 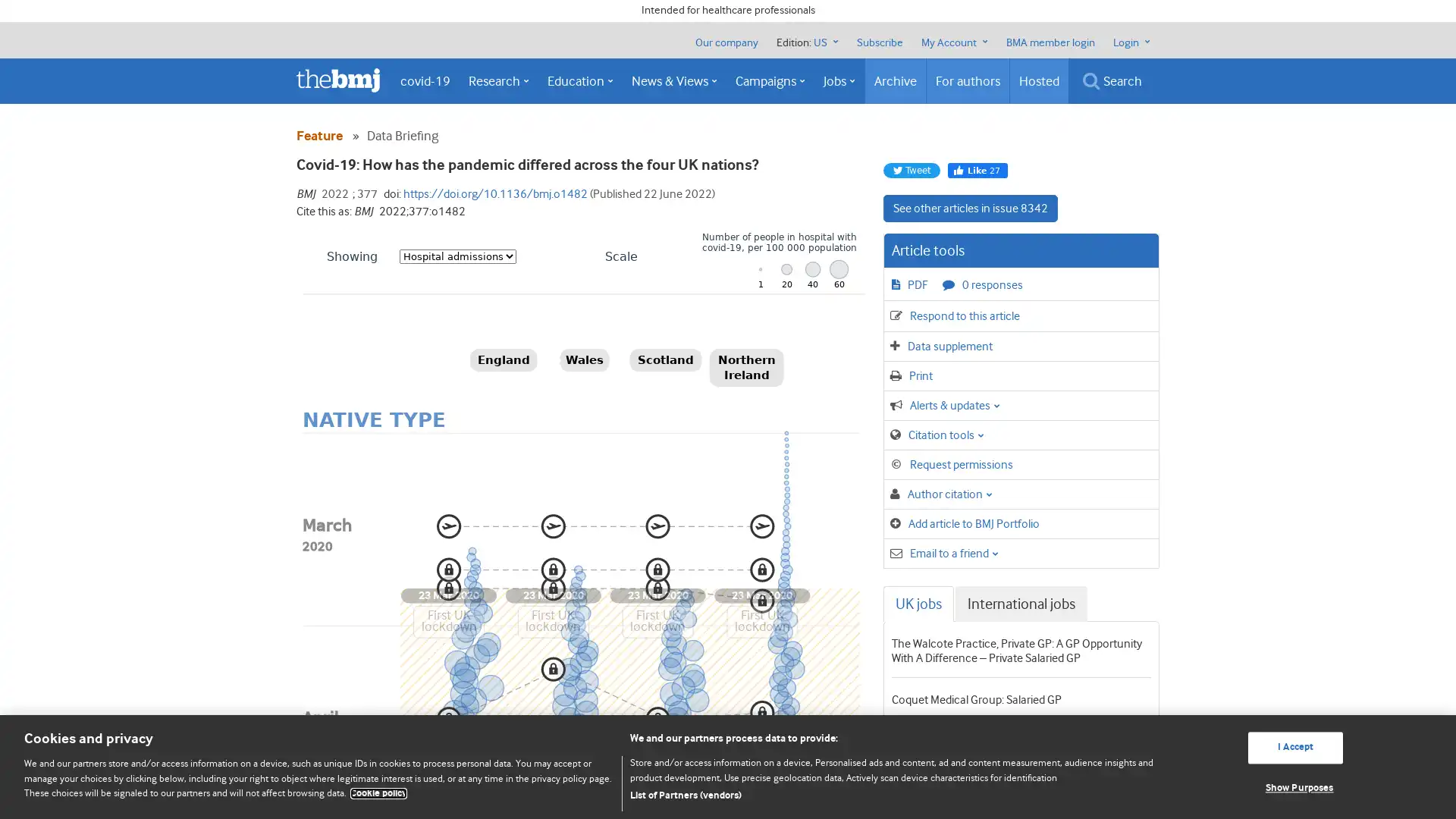 I want to click on Citation tools, so click(x=944, y=435).